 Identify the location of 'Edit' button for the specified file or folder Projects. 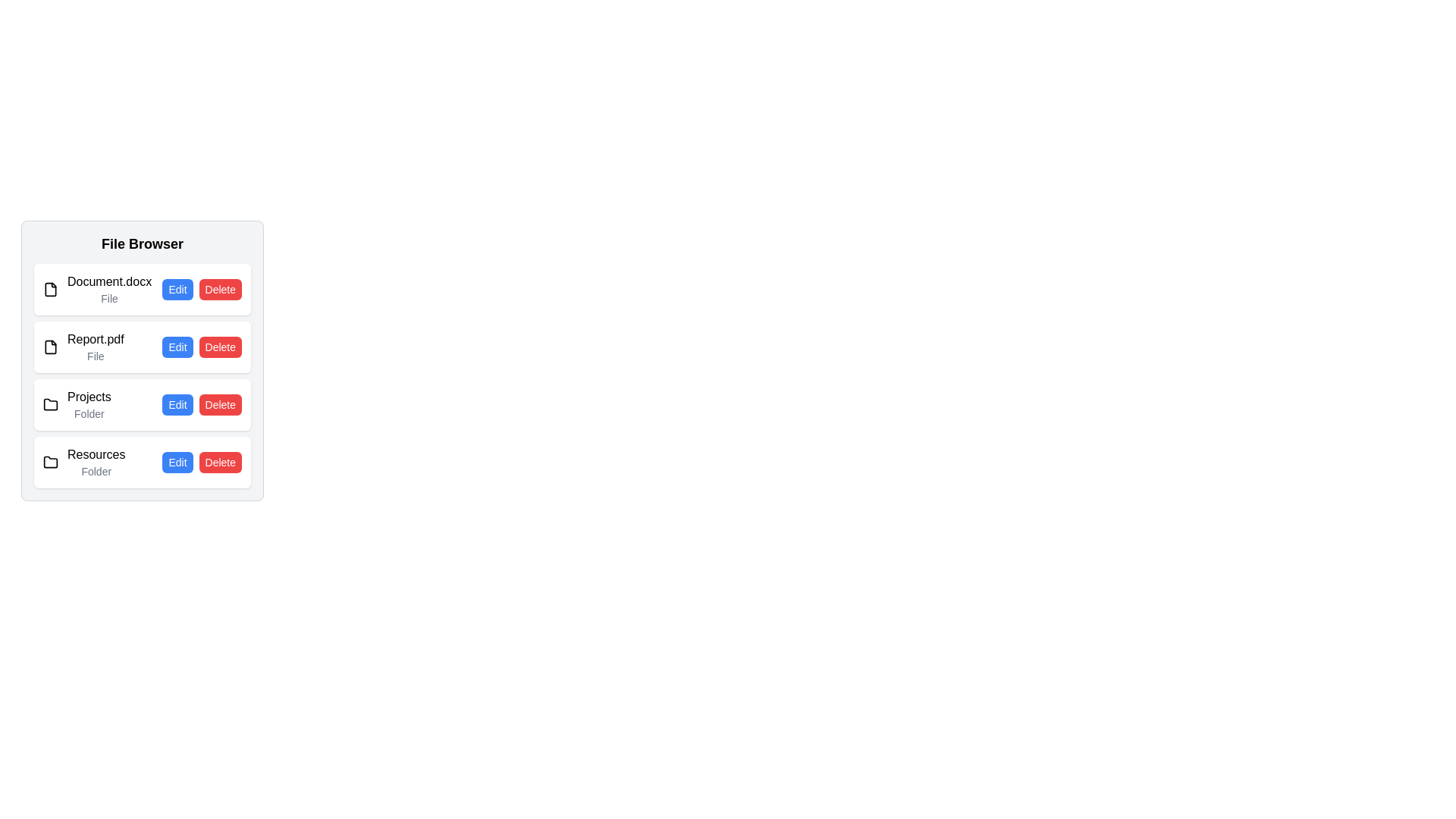
(177, 403).